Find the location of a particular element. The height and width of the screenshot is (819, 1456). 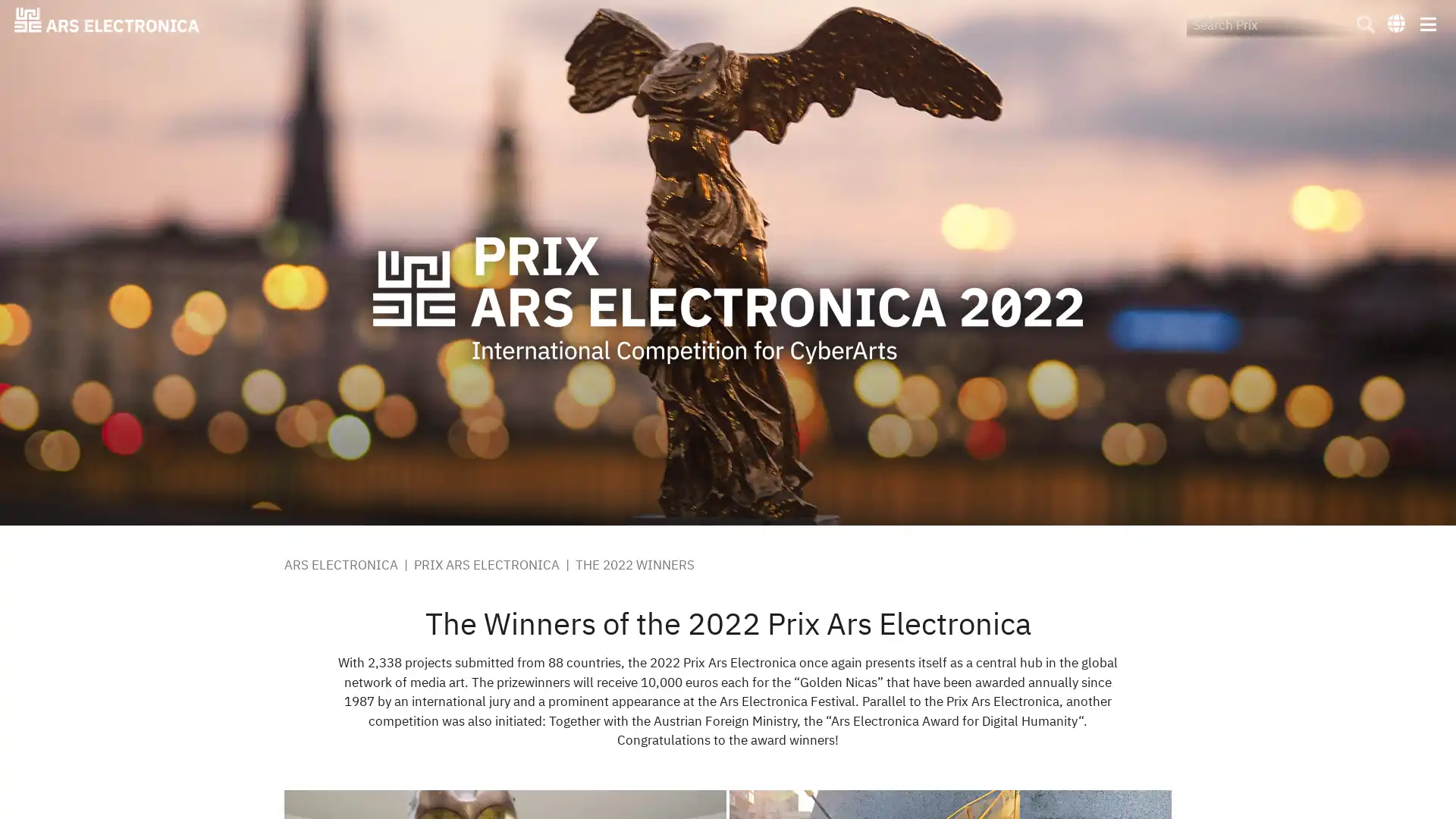

Show language menu is located at coordinates (1395, 22).